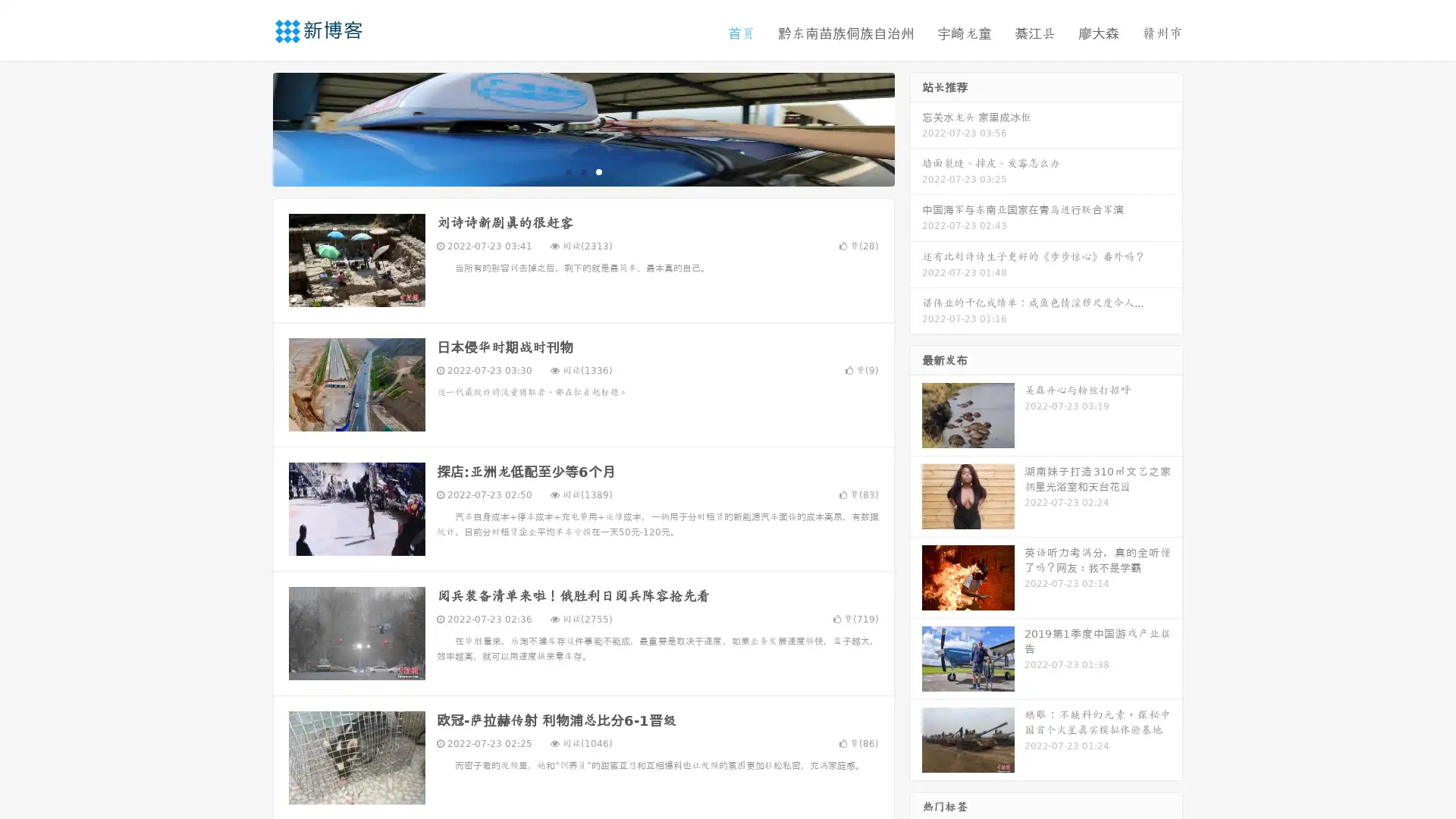 This screenshot has height=819, width=1456. I want to click on Go to slide 3, so click(598, 171).